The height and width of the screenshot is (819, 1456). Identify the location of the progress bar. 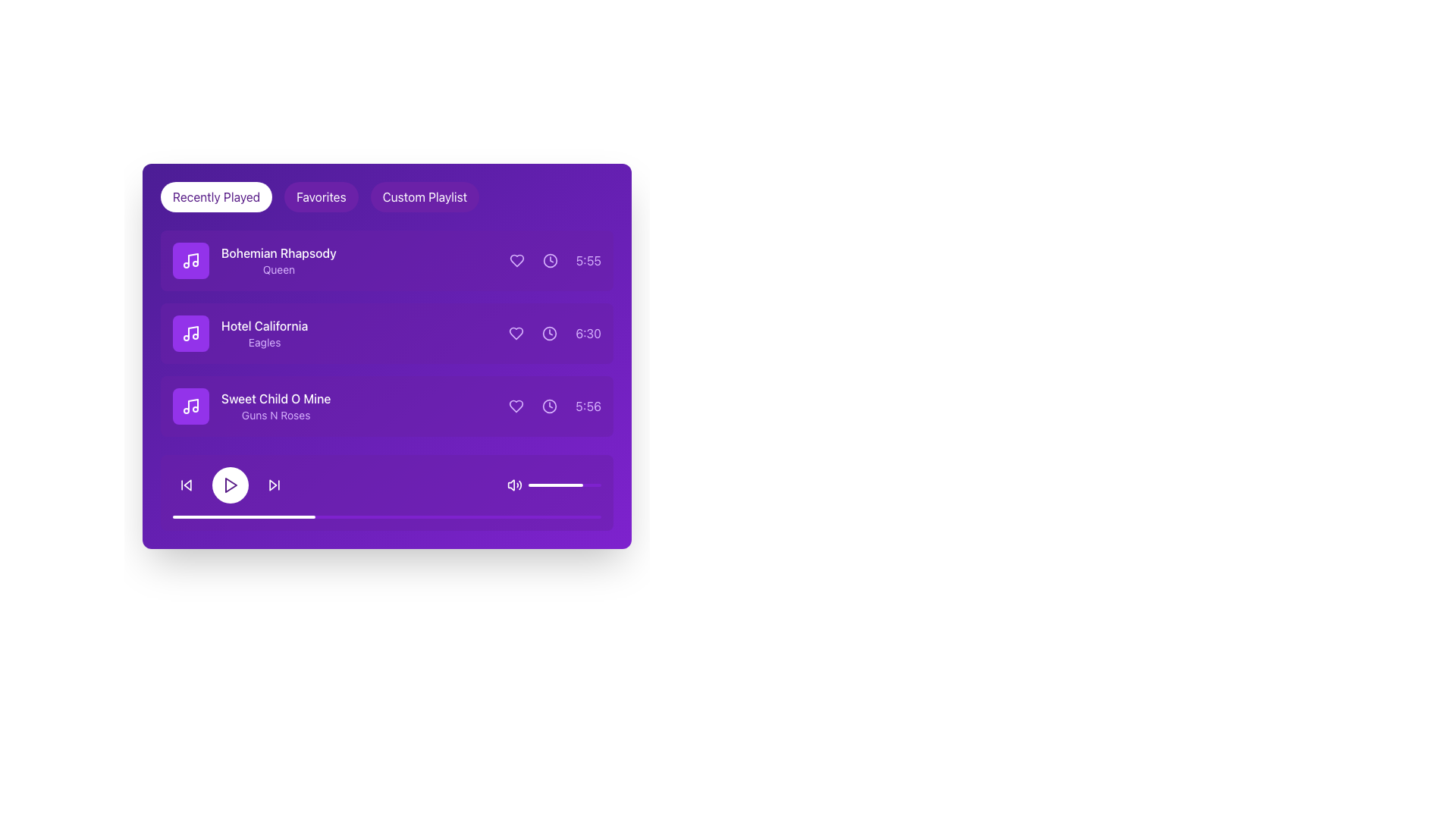
(391, 516).